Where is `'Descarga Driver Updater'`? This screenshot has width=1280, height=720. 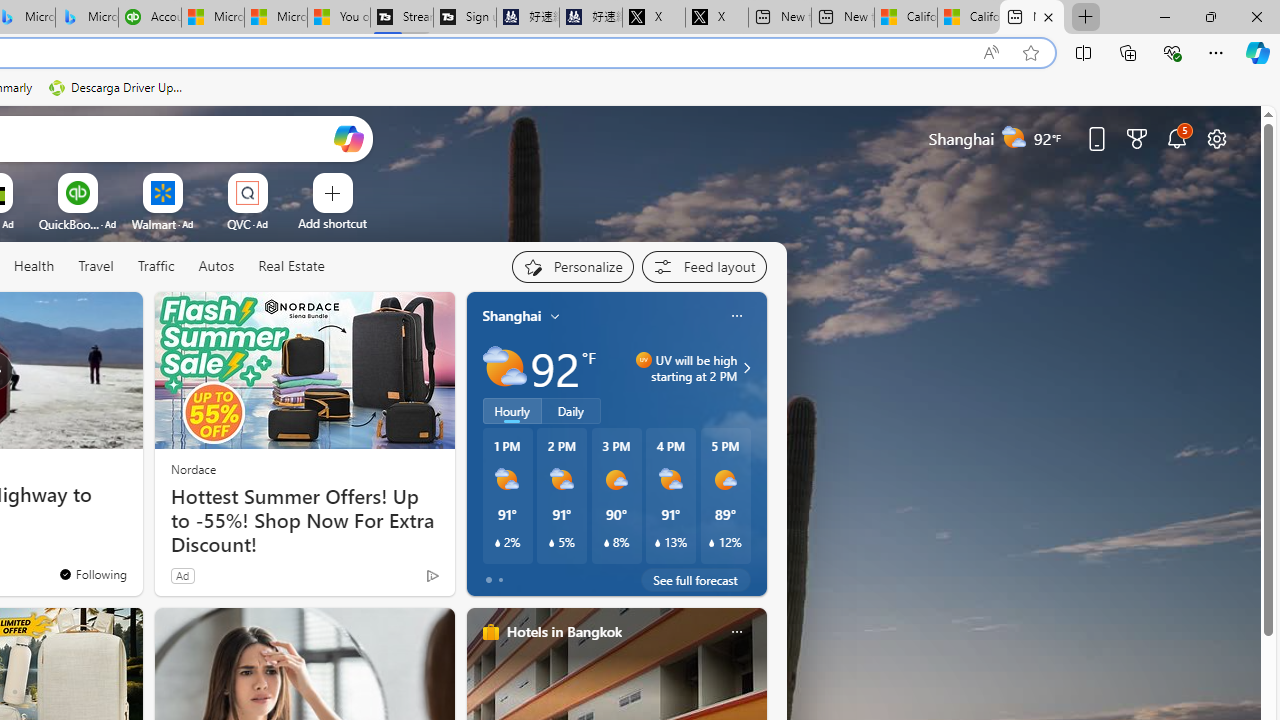
'Descarga Driver Updater' is located at coordinates (117, 87).